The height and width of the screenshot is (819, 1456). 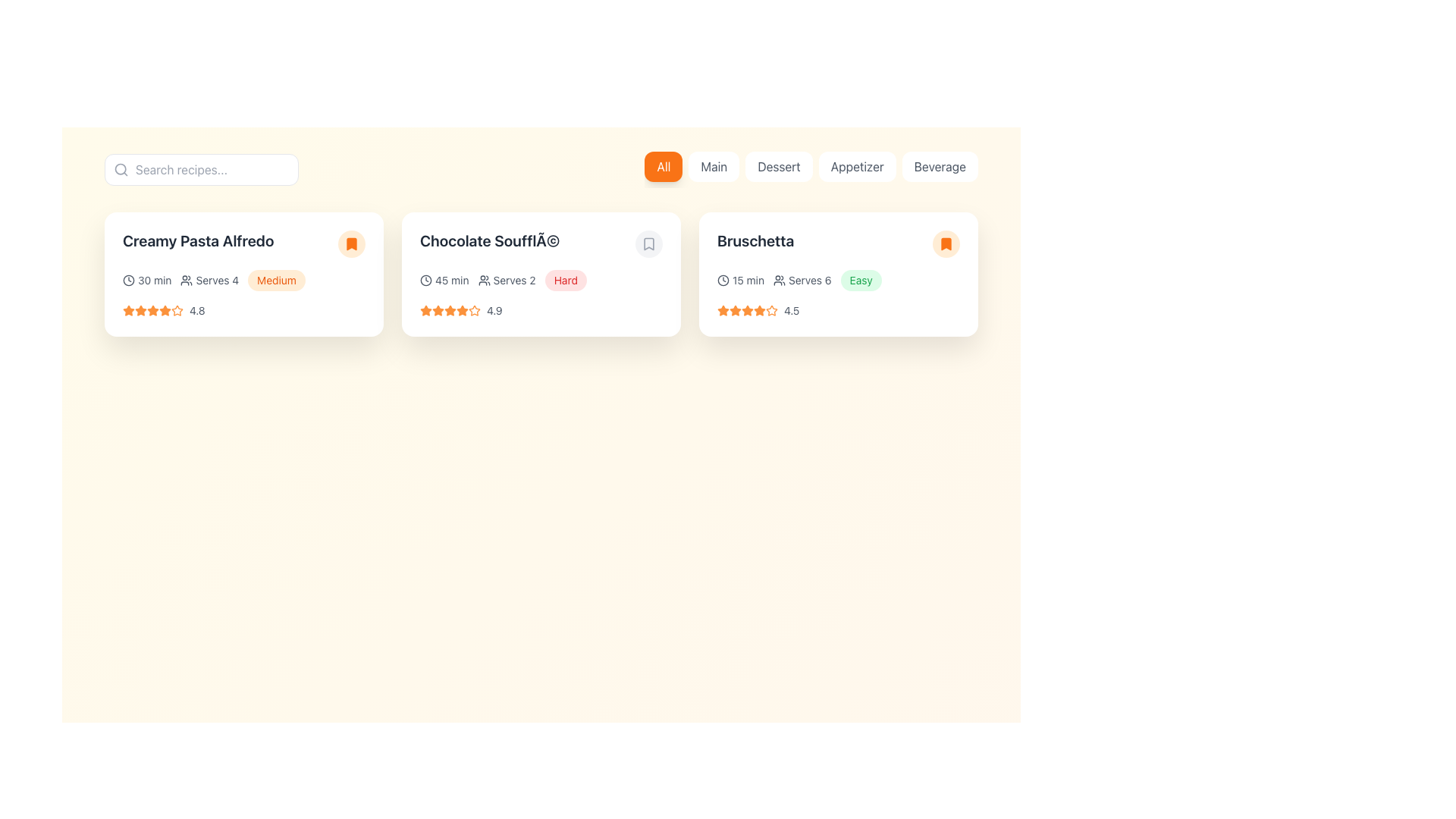 I want to click on the third star in the five-star rating system of the 'Chocolate Soufflé' card, so click(x=450, y=309).